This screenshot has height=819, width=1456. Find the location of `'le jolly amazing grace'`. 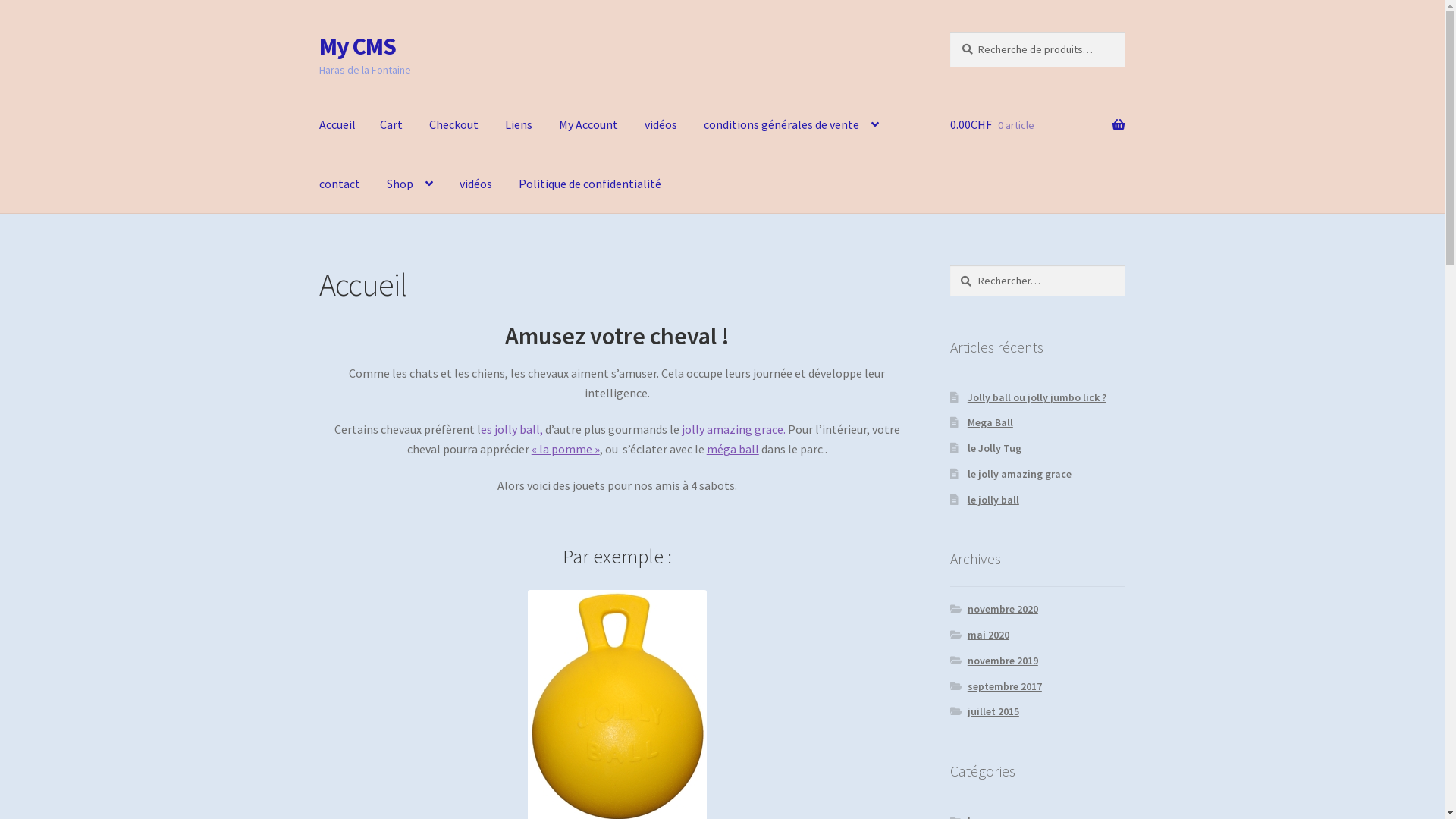

'le jolly amazing grace' is located at coordinates (967, 472).